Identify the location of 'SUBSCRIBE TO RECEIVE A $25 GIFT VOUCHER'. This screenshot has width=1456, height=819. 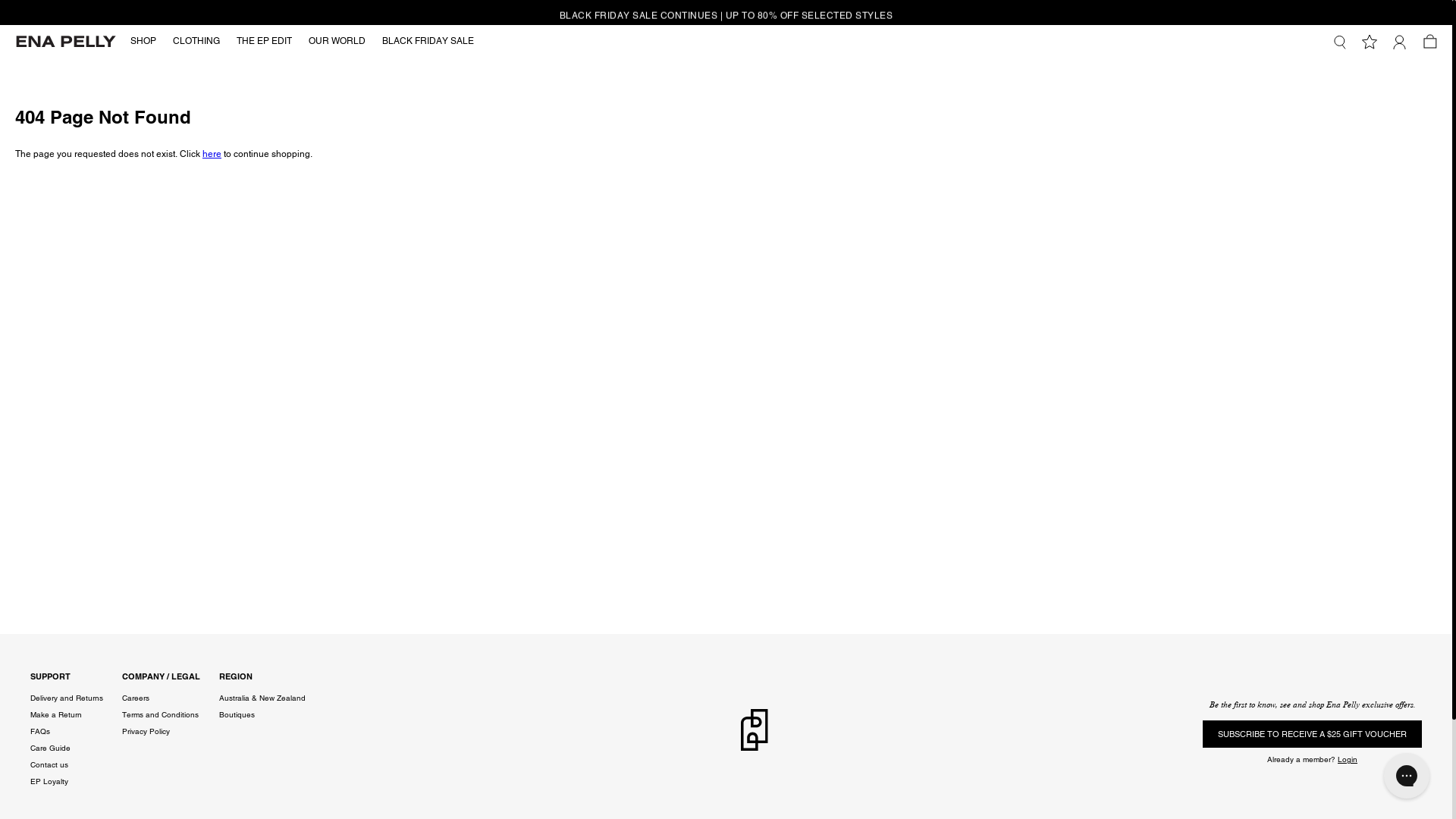
(1311, 733).